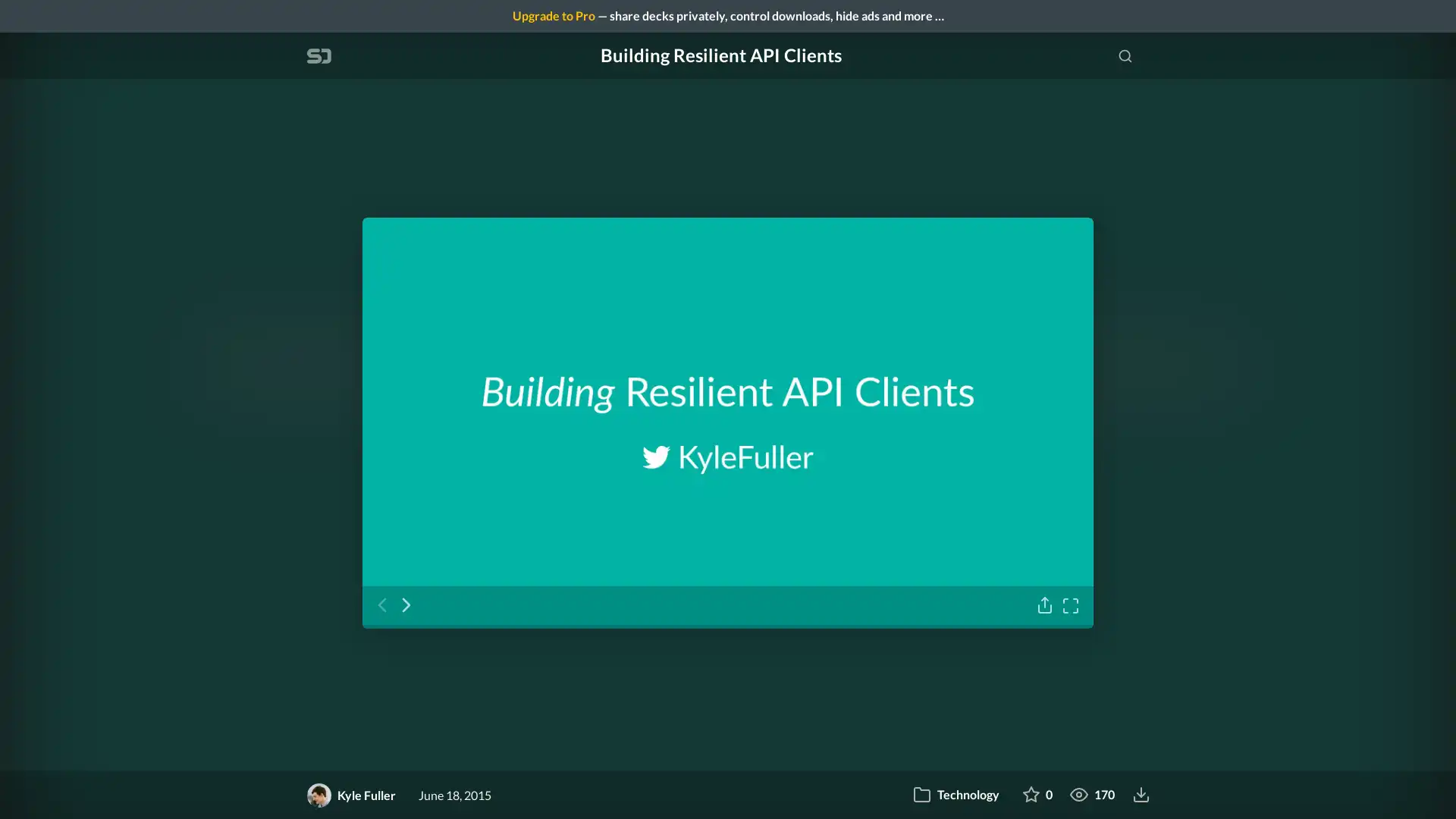 The width and height of the screenshot is (1456, 819). Describe the element at coordinates (1125, 55) in the screenshot. I see `Toggle Search` at that location.